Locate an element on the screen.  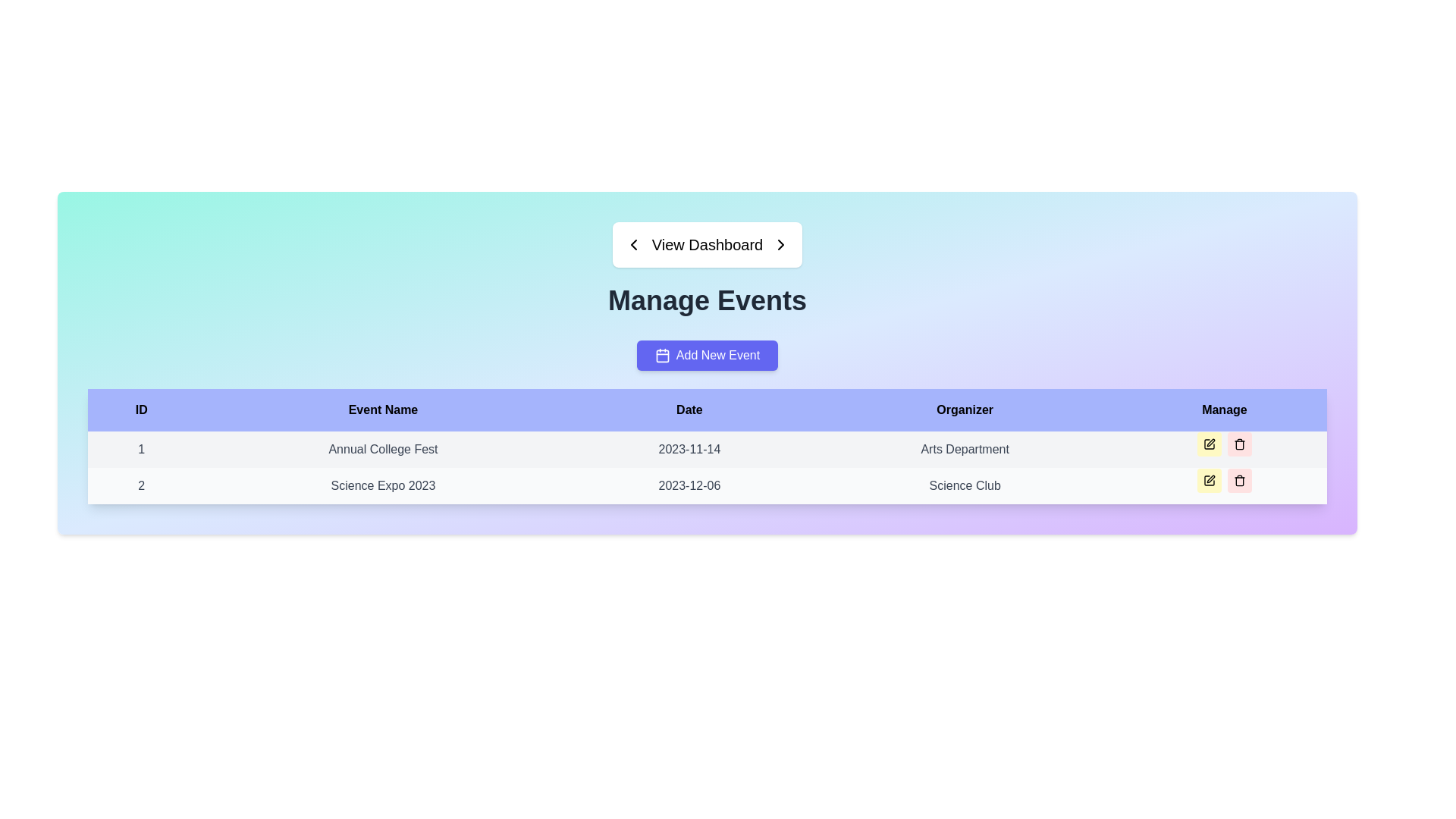
the small yellow button with a pen icon in the 'Manage' column is located at coordinates (1208, 444).